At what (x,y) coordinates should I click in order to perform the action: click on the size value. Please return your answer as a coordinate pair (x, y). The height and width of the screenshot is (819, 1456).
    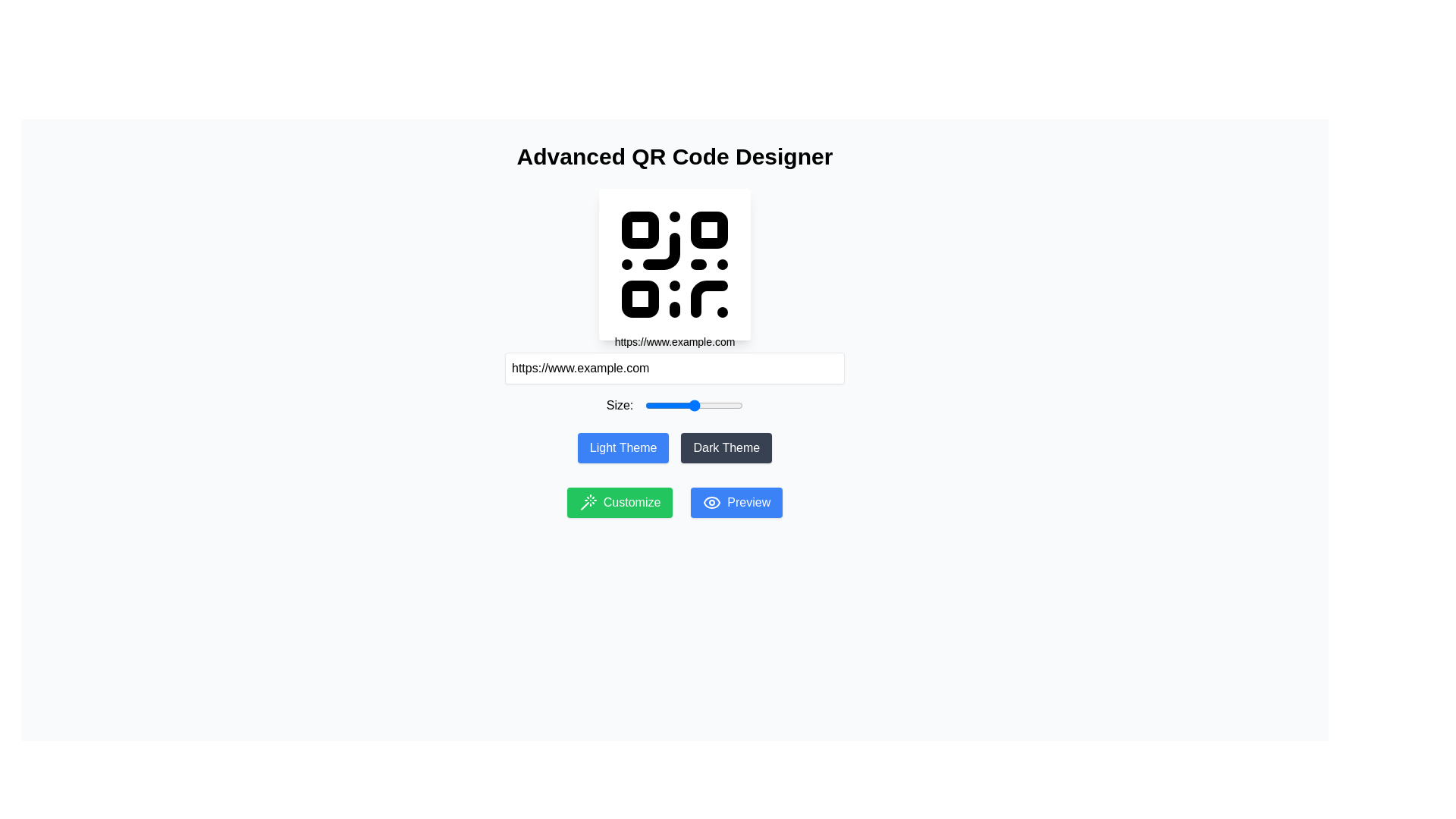
    Looking at the image, I should click on (692, 405).